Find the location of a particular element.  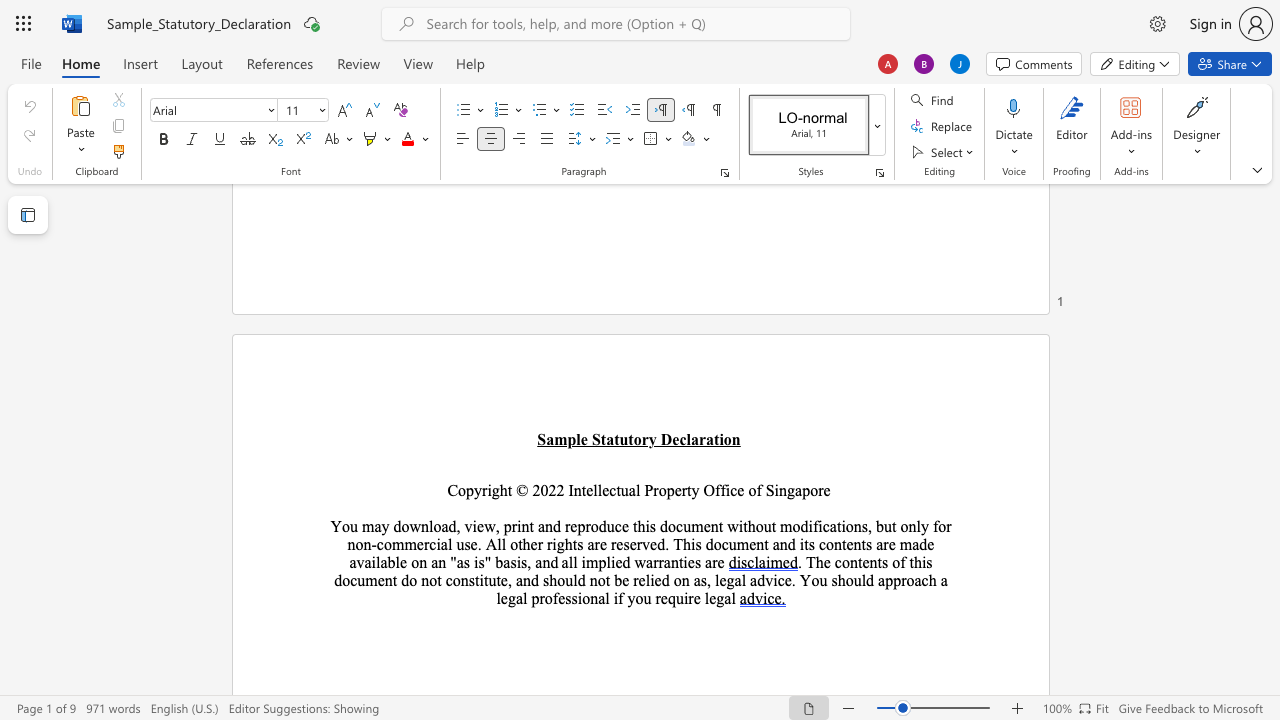

the 3th character "f" in the text is located at coordinates (758, 490).